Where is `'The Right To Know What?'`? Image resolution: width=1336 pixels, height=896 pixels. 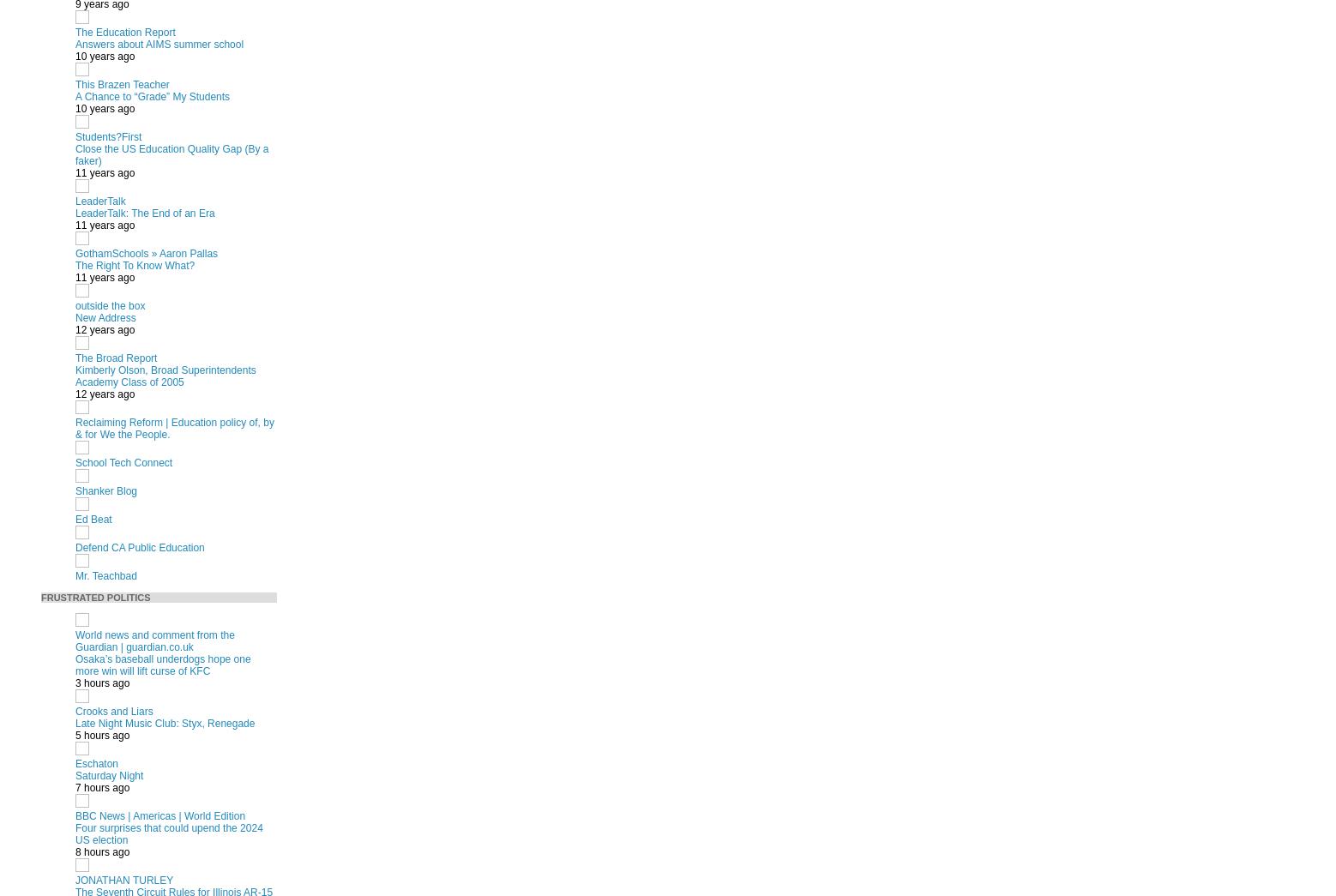 'The Right To Know What?' is located at coordinates (135, 265).